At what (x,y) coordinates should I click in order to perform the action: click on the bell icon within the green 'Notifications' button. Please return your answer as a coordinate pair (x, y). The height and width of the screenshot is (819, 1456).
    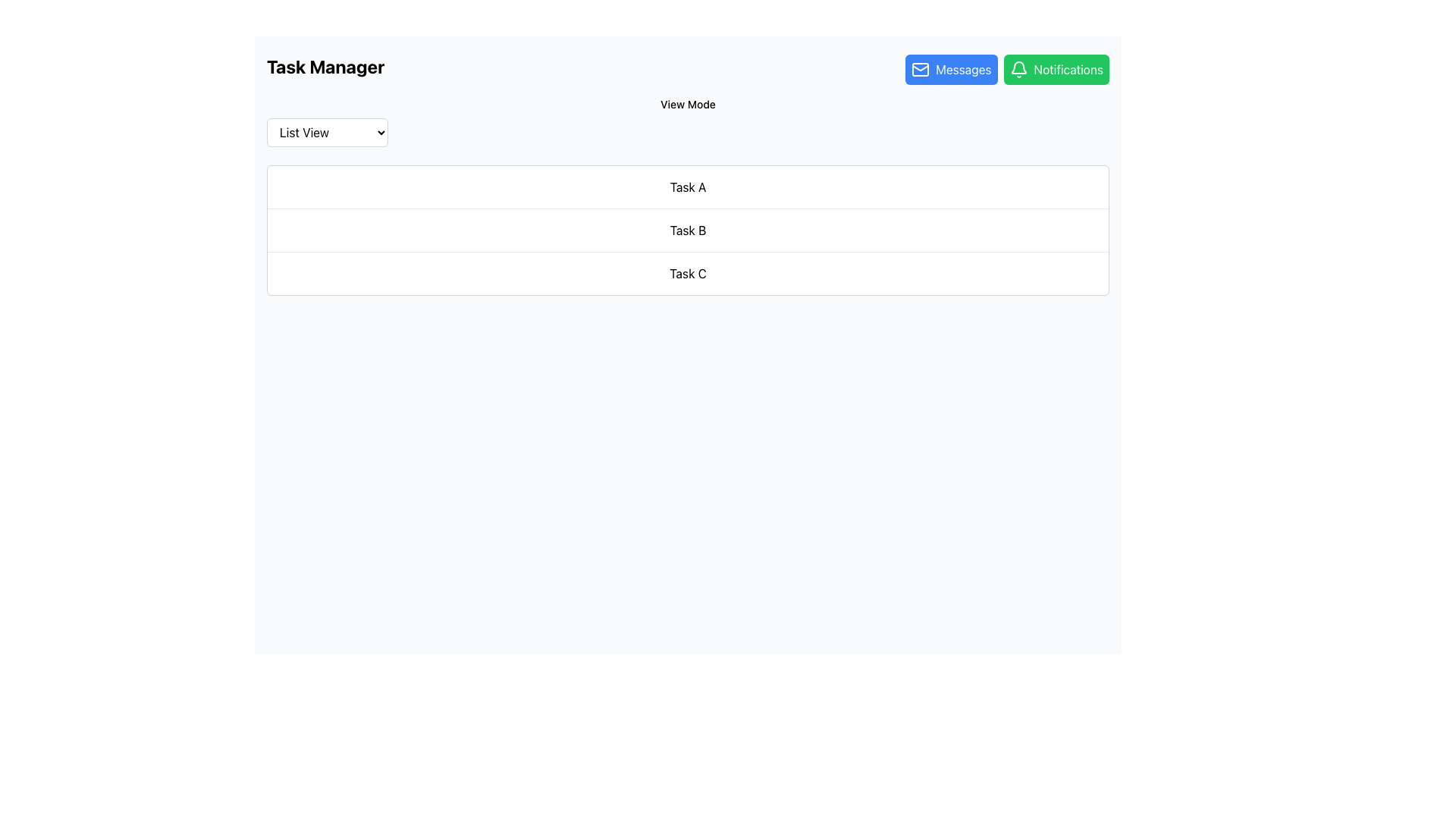
    Looking at the image, I should click on (1018, 70).